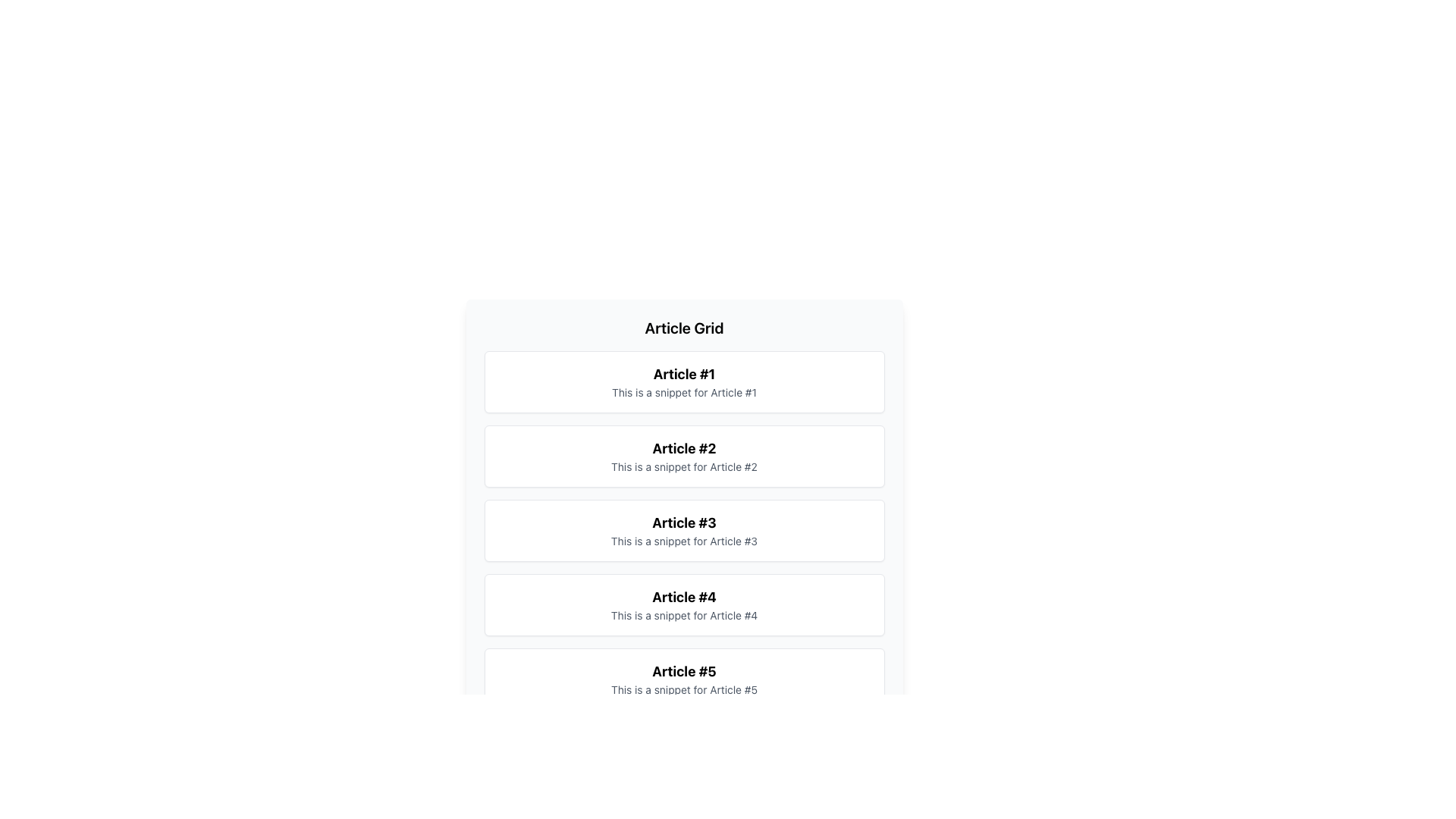 This screenshot has width=1456, height=819. Describe the element at coordinates (683, 447) in the screenshot. I see `the 'Article #2' text label, which is prominently displayed in bold, medium-large font at the top of the second content card` at that location.